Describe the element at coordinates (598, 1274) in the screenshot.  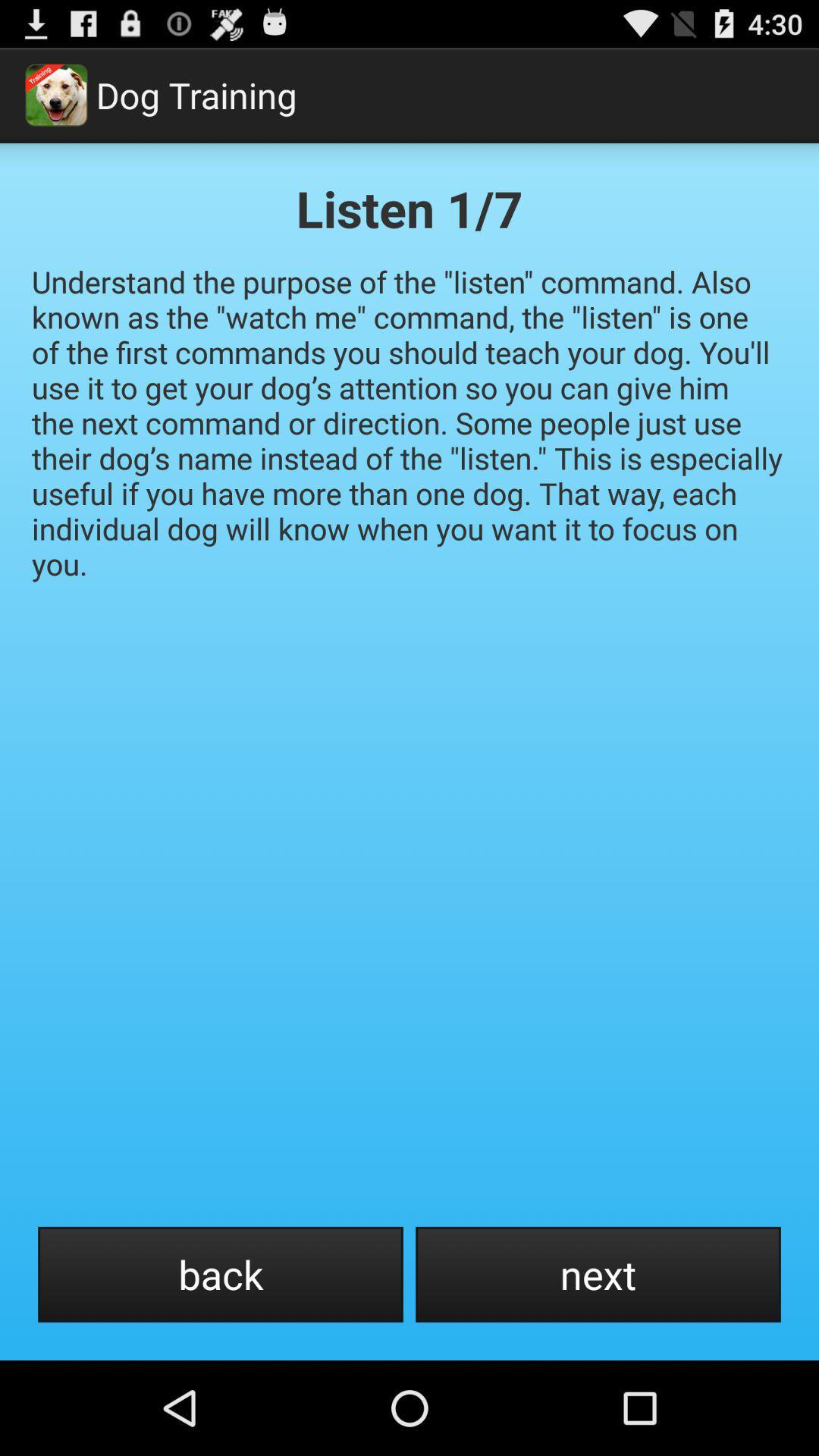
I see `the next` at that location.